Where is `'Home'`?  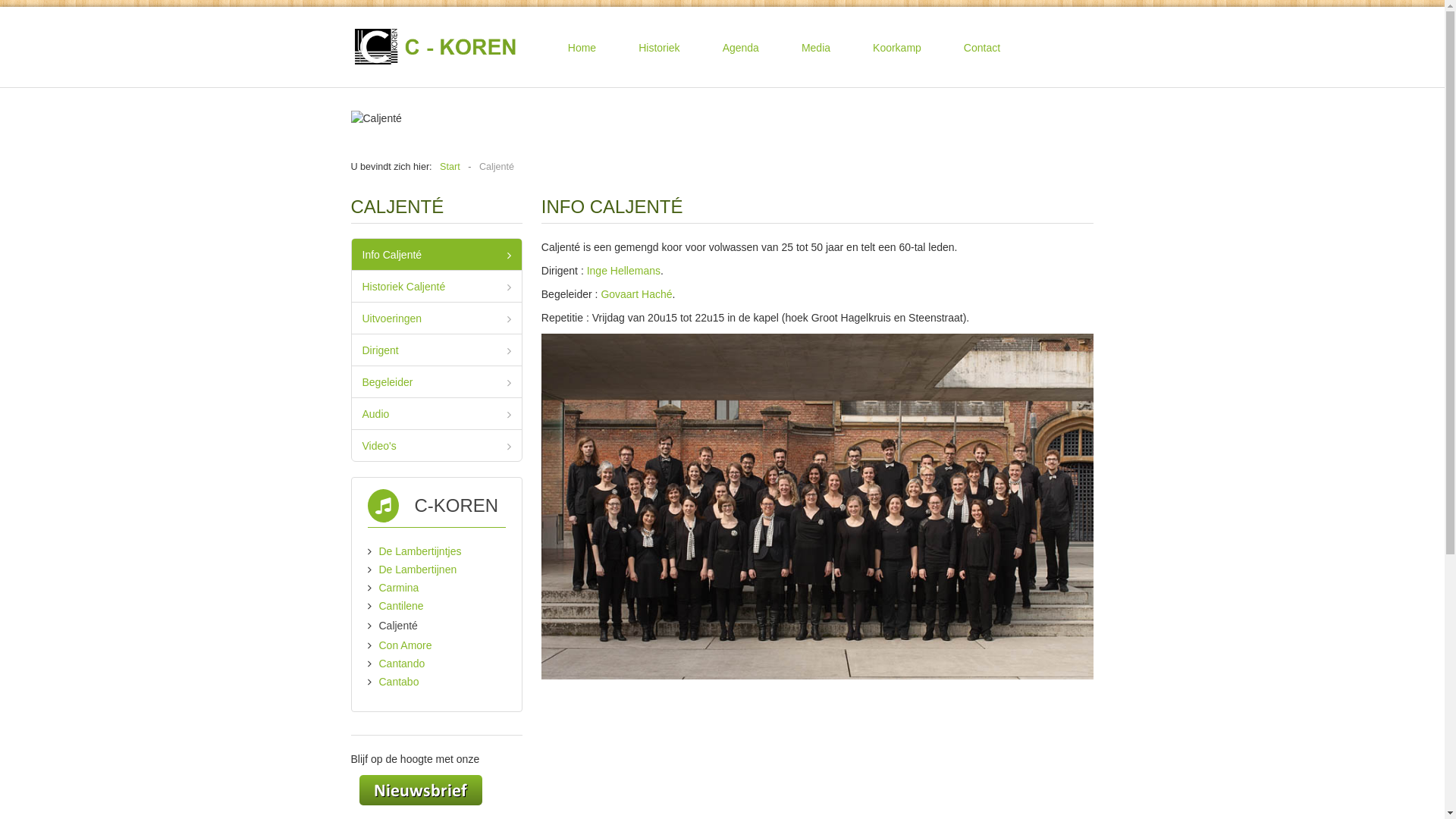
'Home' is located at coordinates (551, 46).